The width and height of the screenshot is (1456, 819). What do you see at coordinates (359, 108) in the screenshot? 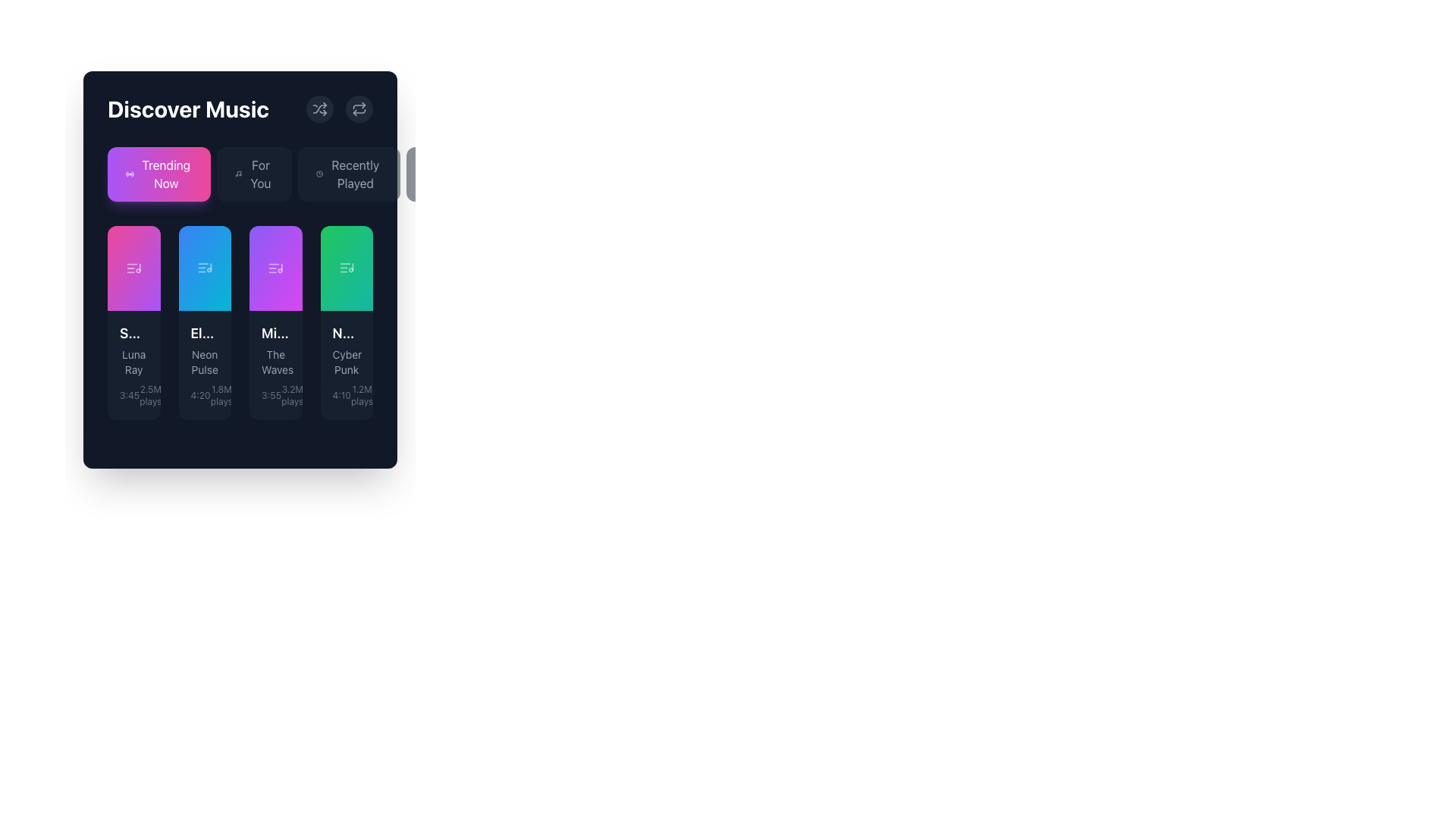
I see `the repeat button located in the top-right corner of the music discovery interface` at bounding box center [359, 108].